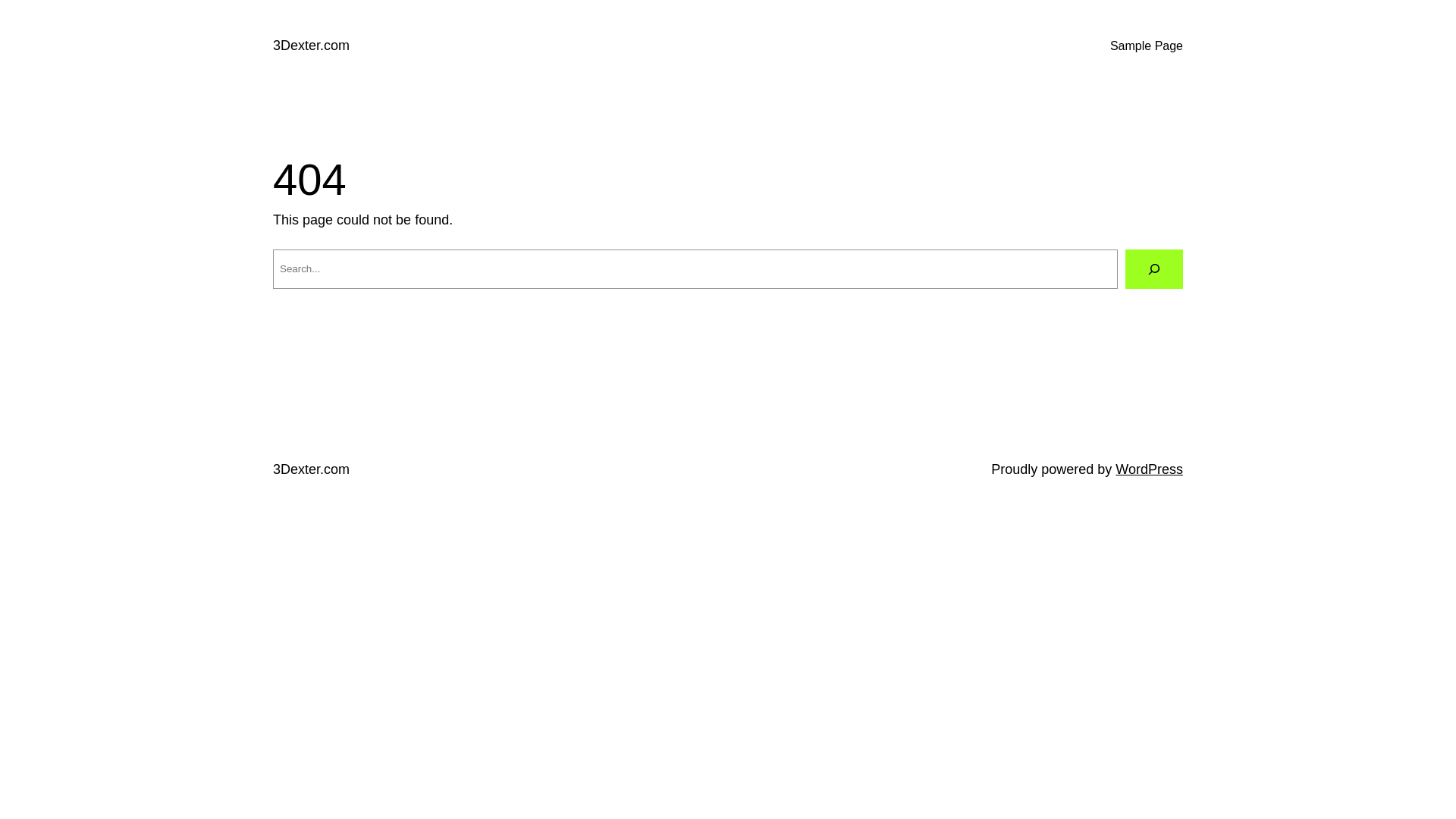  I want to click on '3Dexter.com', so click(310, 45).